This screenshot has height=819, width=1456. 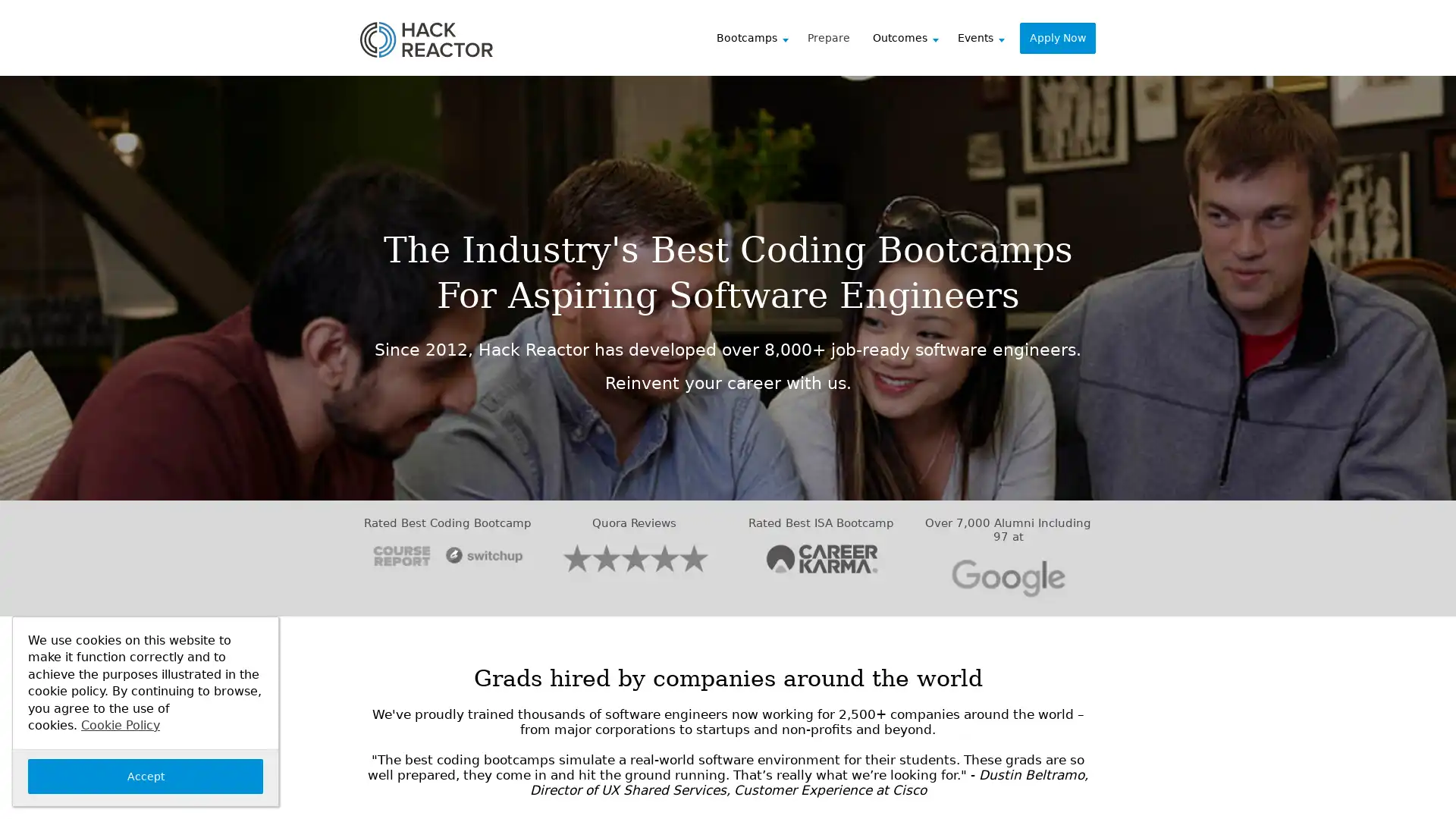 I want to click on learn more about cookies, so click(x=119, y=723).